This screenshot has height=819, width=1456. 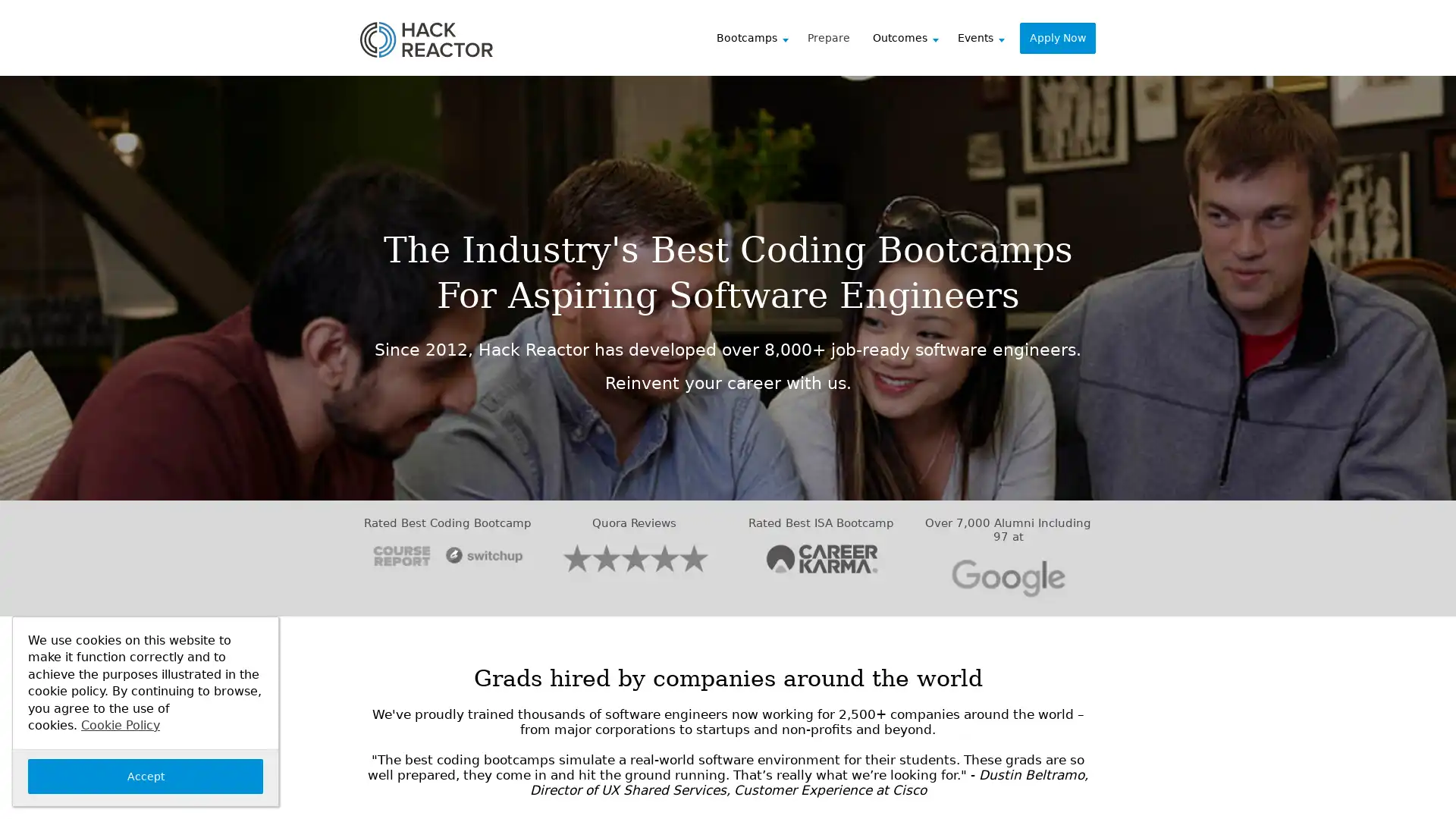 I want to click on learn more about cookies, so click(x=119, y=723).